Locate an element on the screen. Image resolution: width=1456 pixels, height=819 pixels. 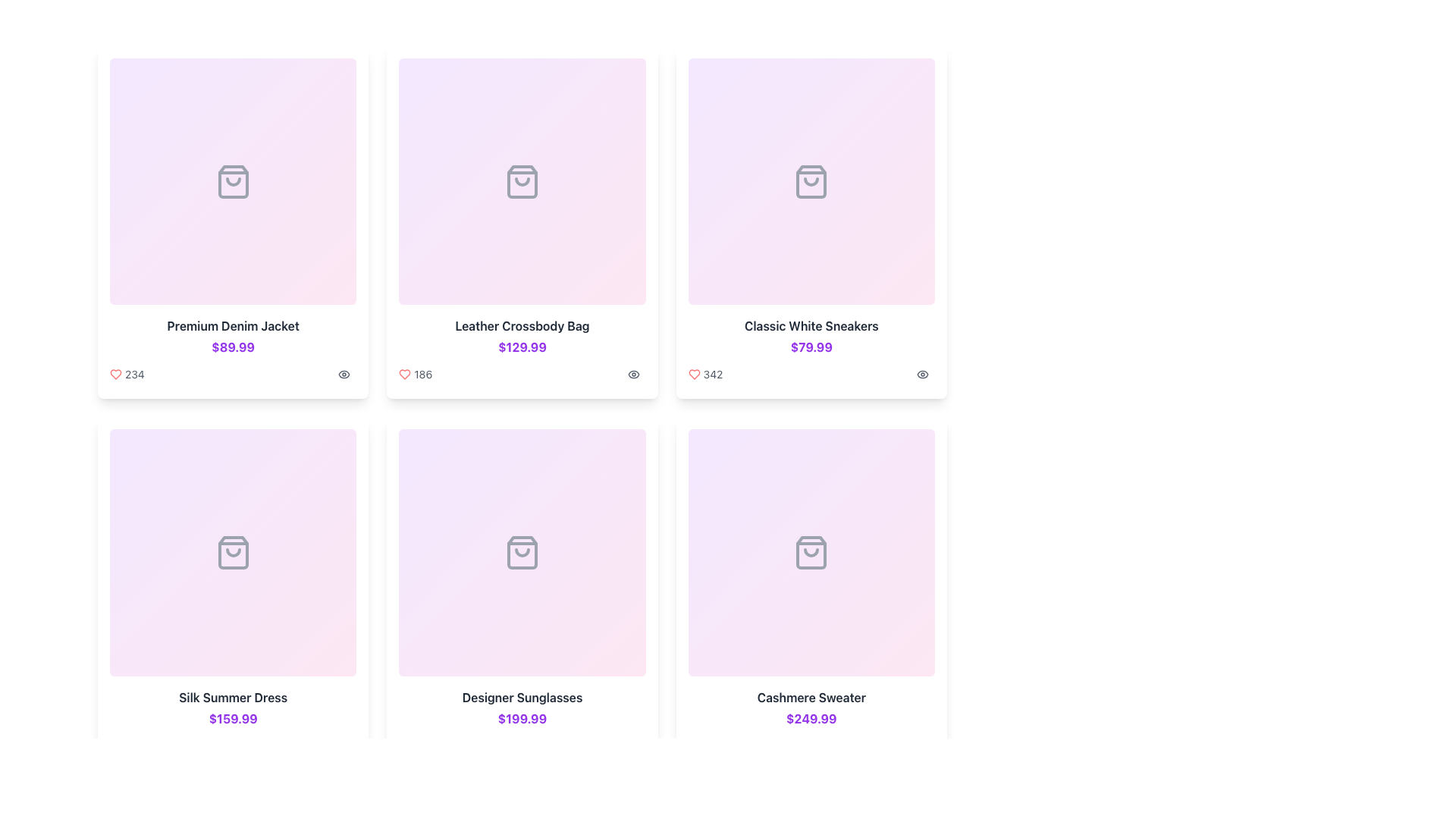
the icon with a rounded corner background featuring a gradient from soft purple to pink, containing a gray shopping bag icon with a heart shape, located at the center of the 'Cashmere Sweater' product card is located at coordinates (811, 553).